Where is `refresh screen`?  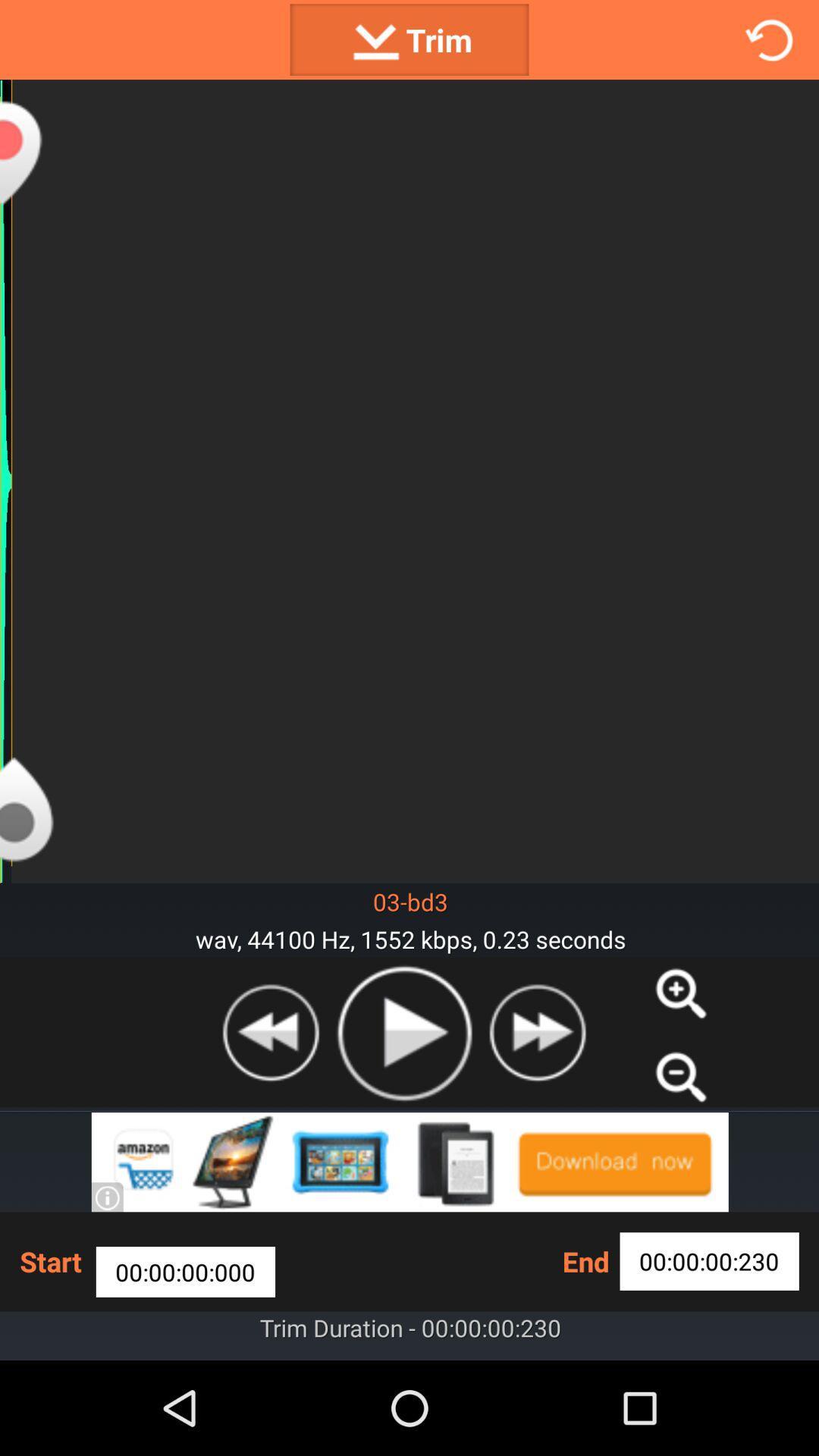 refresh screen is located at coordinates (769, 39).